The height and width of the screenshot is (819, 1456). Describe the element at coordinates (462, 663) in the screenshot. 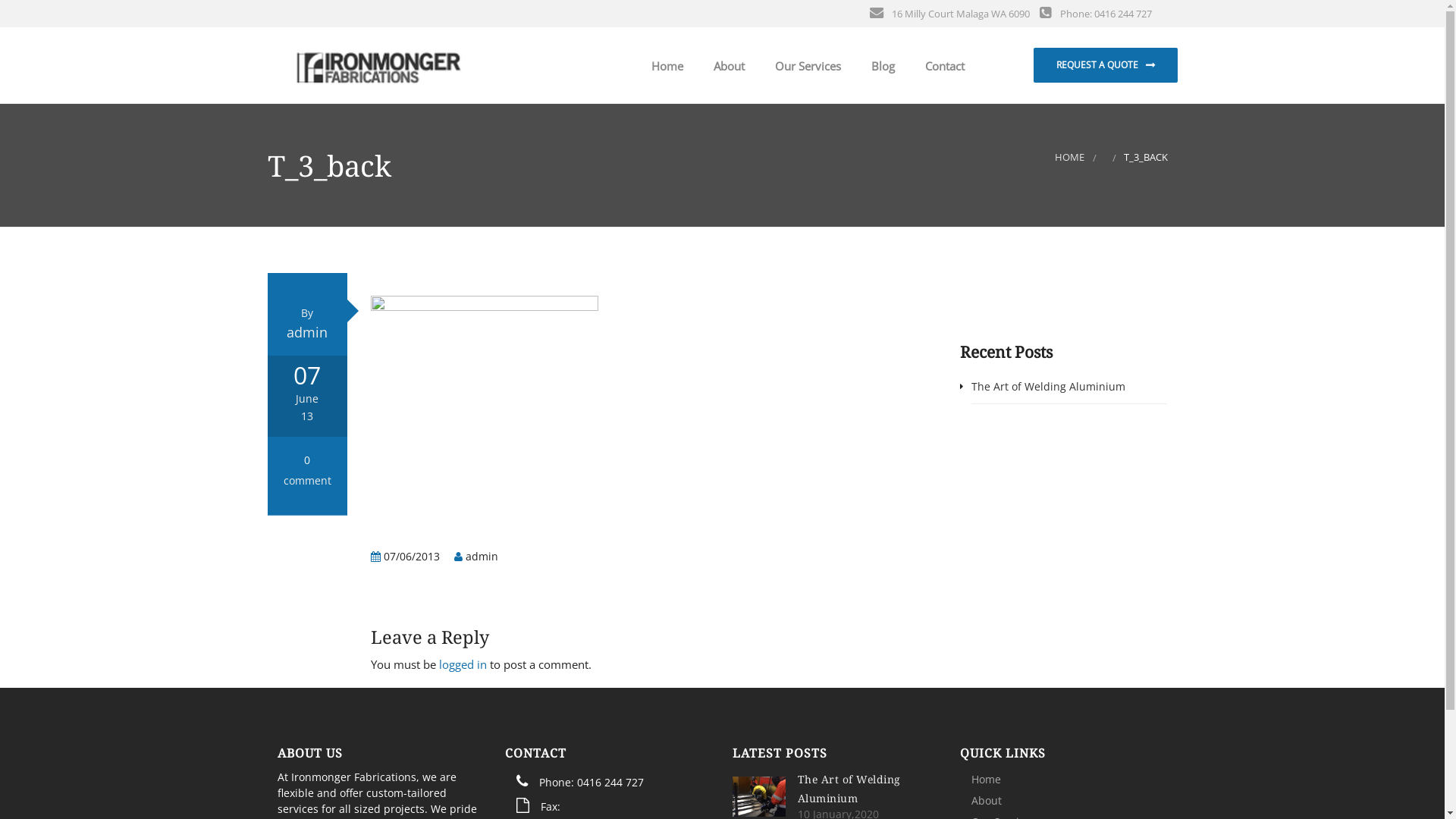

I see `'logged in'` at that location.